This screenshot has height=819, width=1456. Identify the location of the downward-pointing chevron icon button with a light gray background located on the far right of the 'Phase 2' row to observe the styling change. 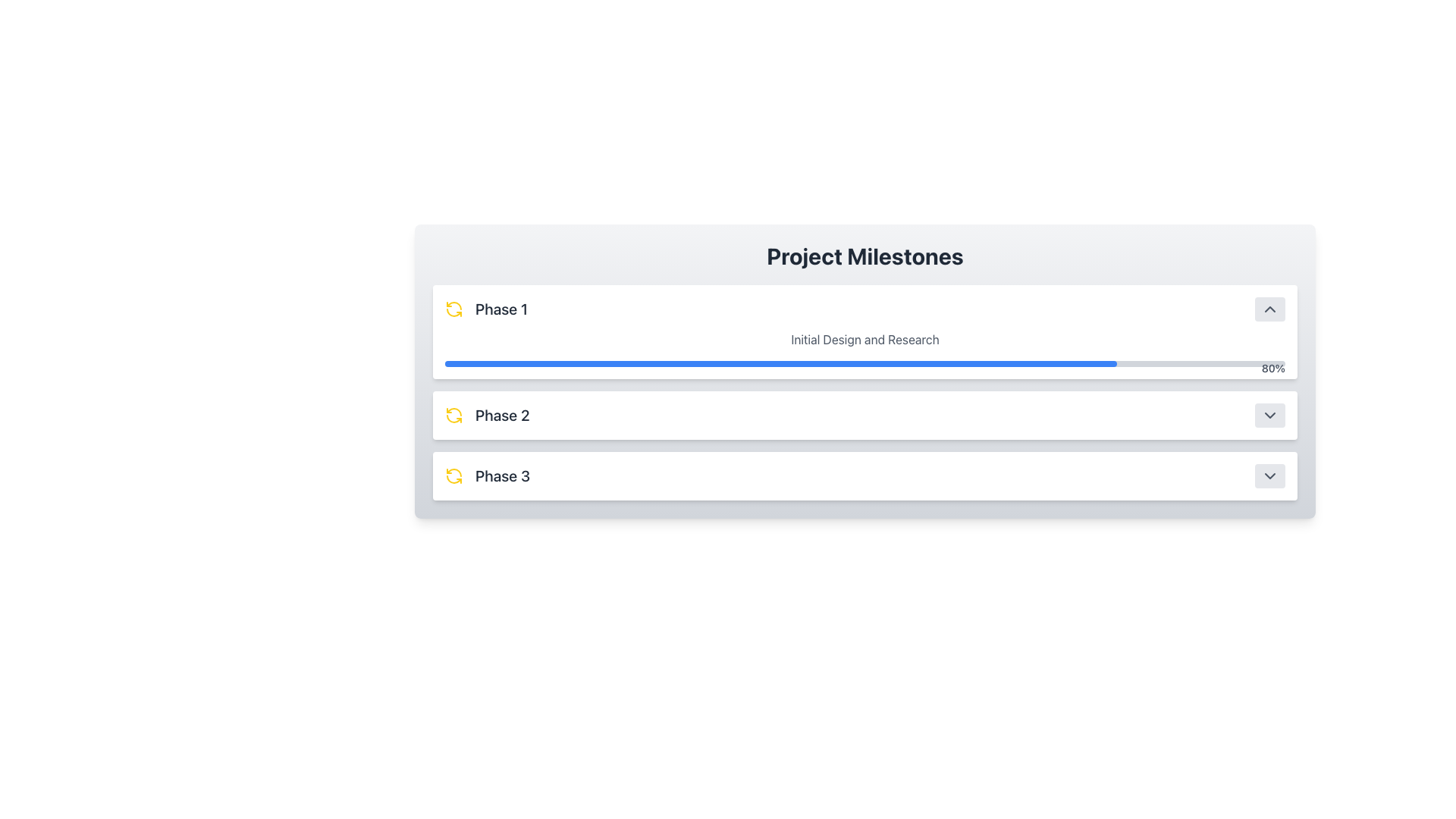
(1270, 415).